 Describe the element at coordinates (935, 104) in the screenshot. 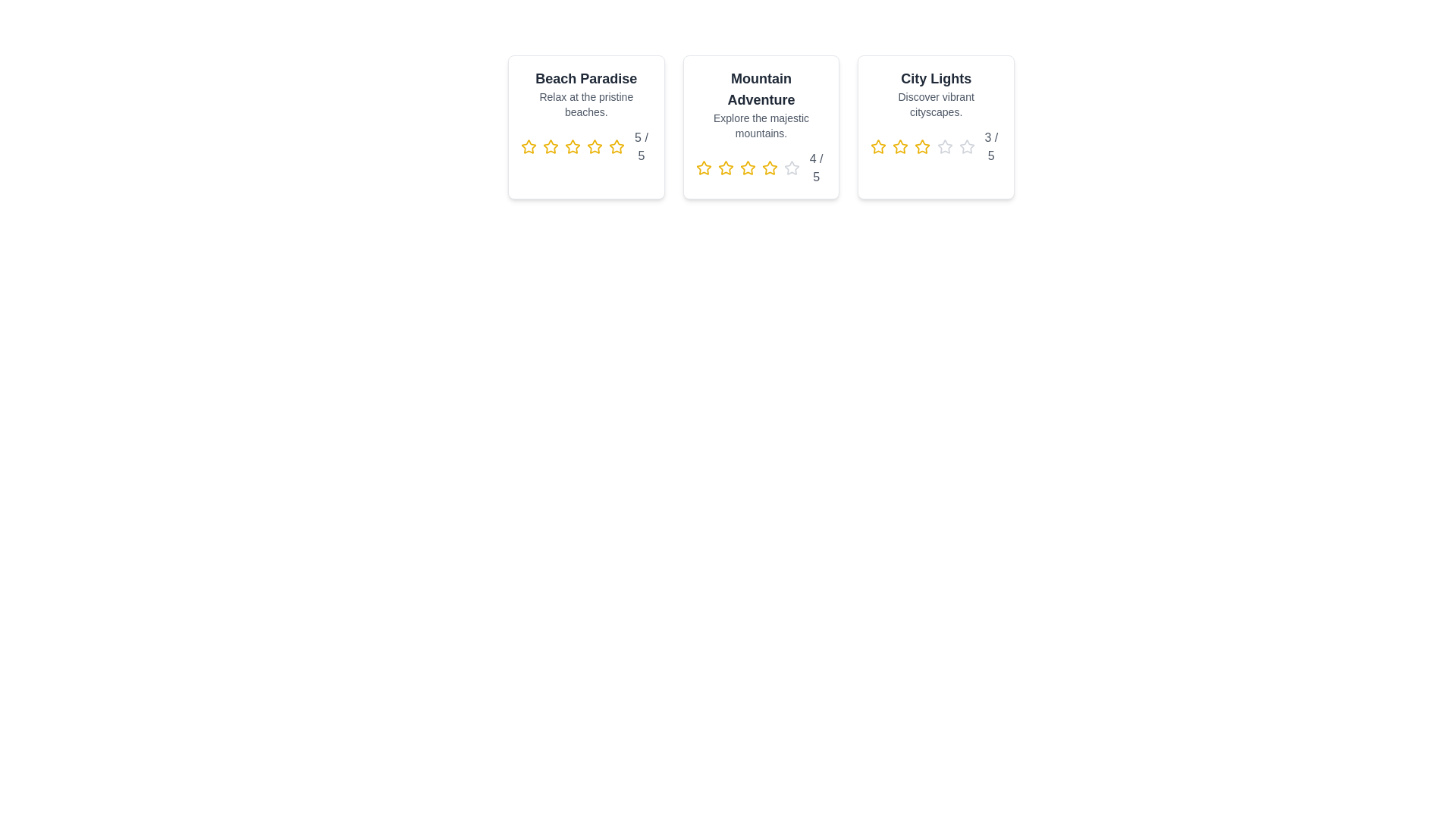

I see `the description of the destination City Lights` at that location.